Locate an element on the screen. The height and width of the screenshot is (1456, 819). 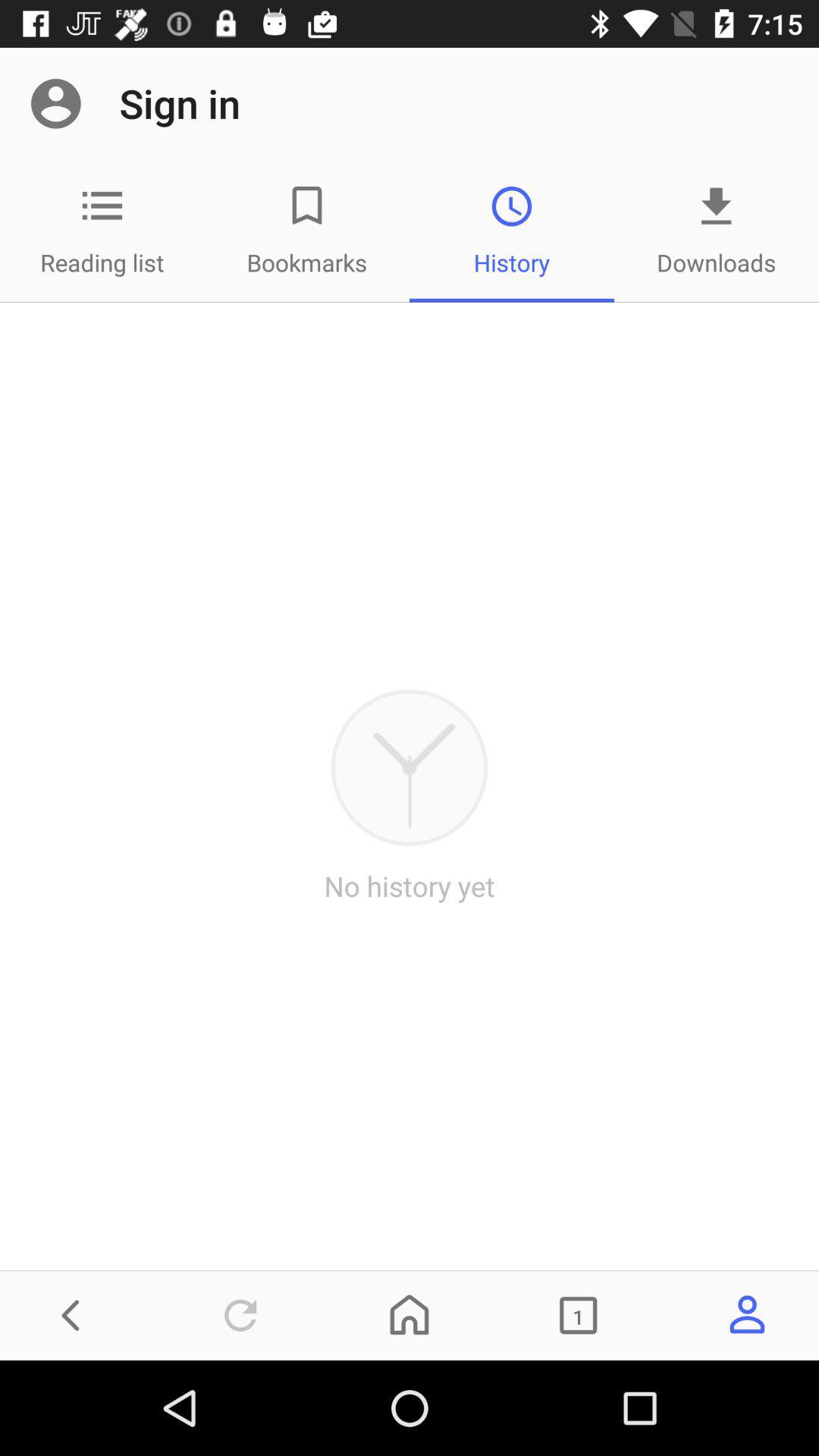
refresh is located at coordinates (240, 1314).